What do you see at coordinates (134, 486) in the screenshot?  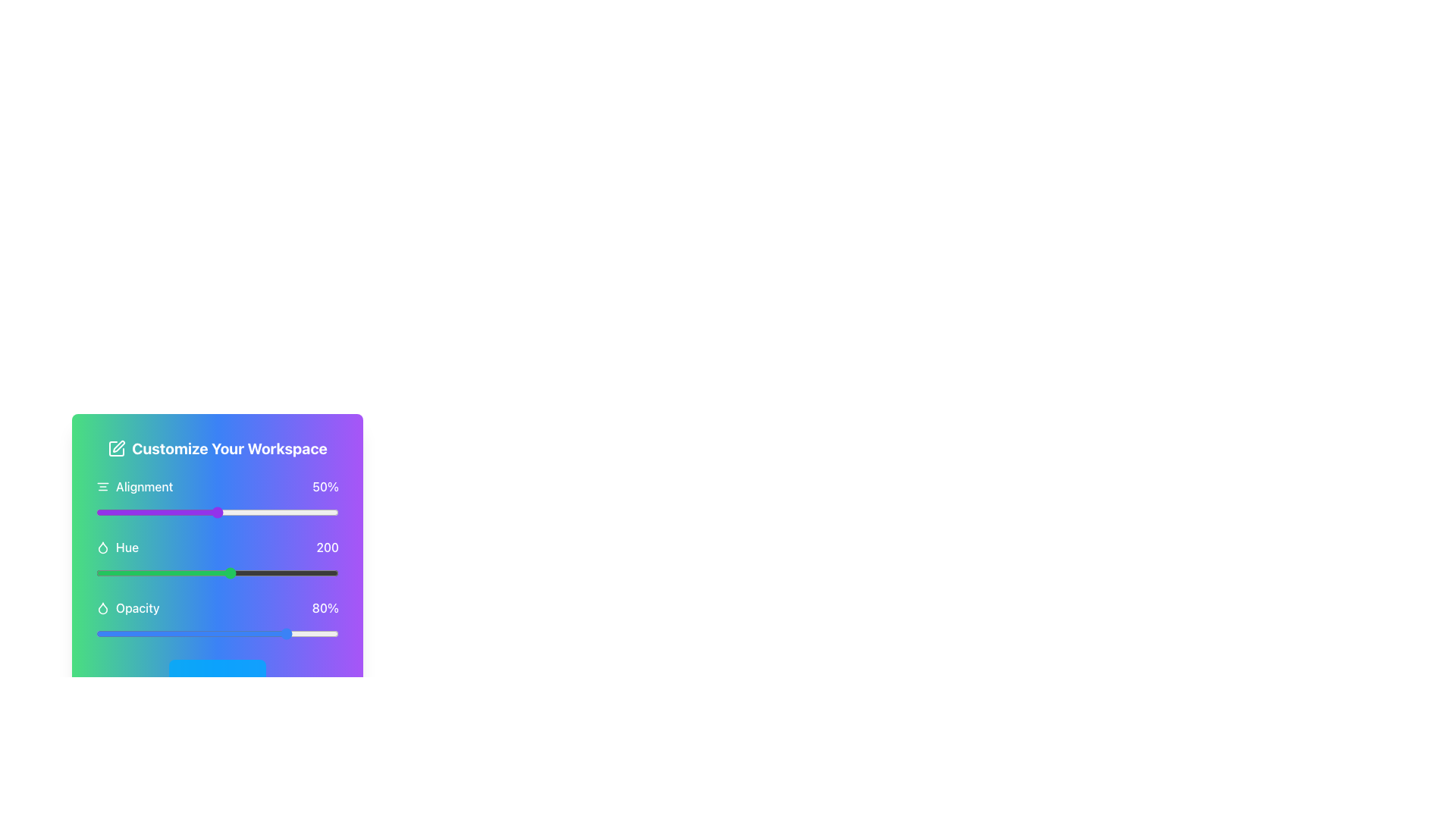 I see `the label indicating the text alignment feature located in the 'Customize Your Workspace' section, positioned to the left of the slider displaying '50%'` at bounding box center [134, 486].